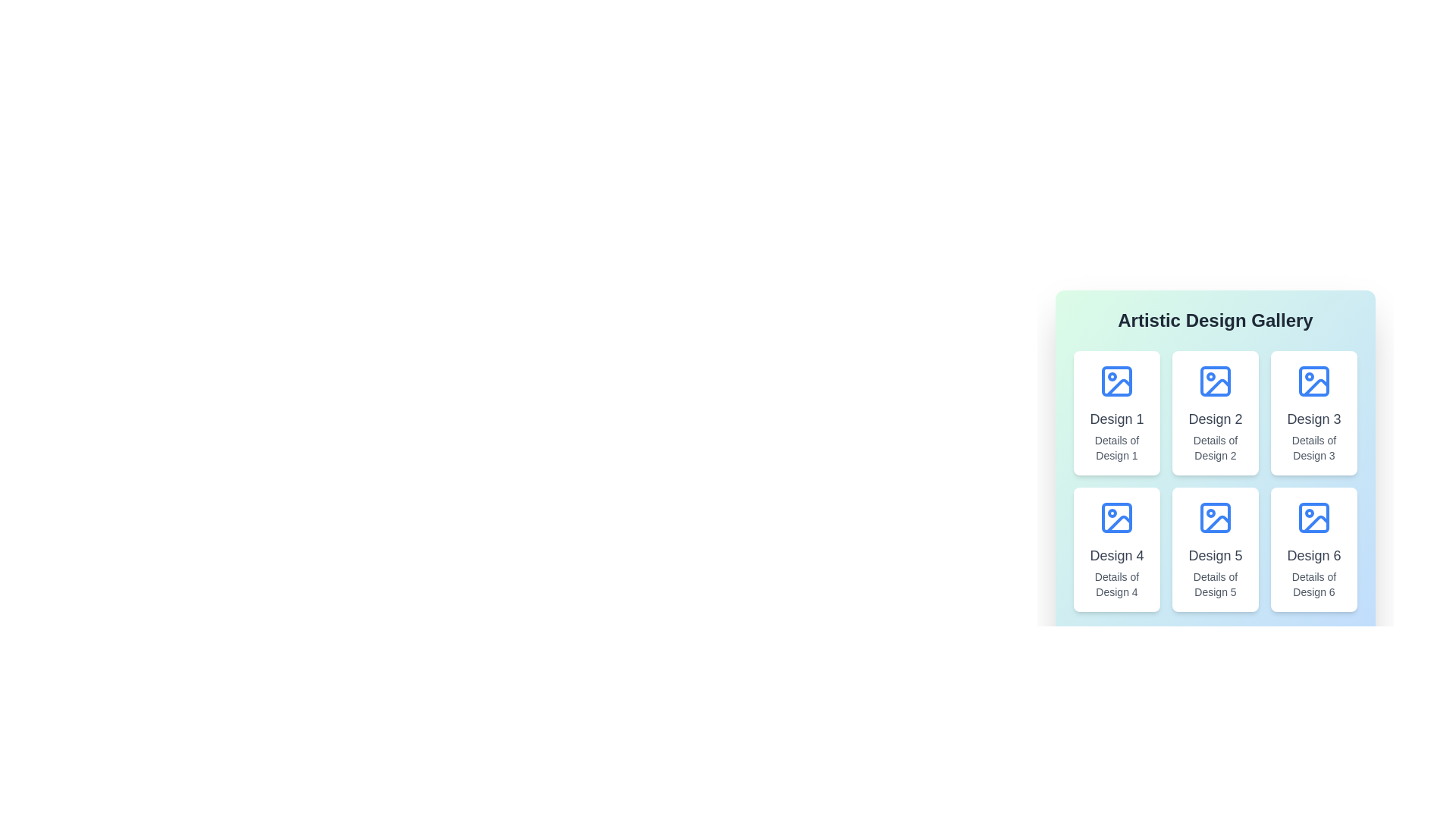 The width and height of the screenshot is (1456, 819). Describe the element at coordinates (1117, 516) in the screenshot. I see `the blue rectangular shape with rounded corners that is part of the SVG image representing an image placeholder, located in the top-left of the fourth tile in a 2x3 grid layout near the 'Design 4' label` at that location.